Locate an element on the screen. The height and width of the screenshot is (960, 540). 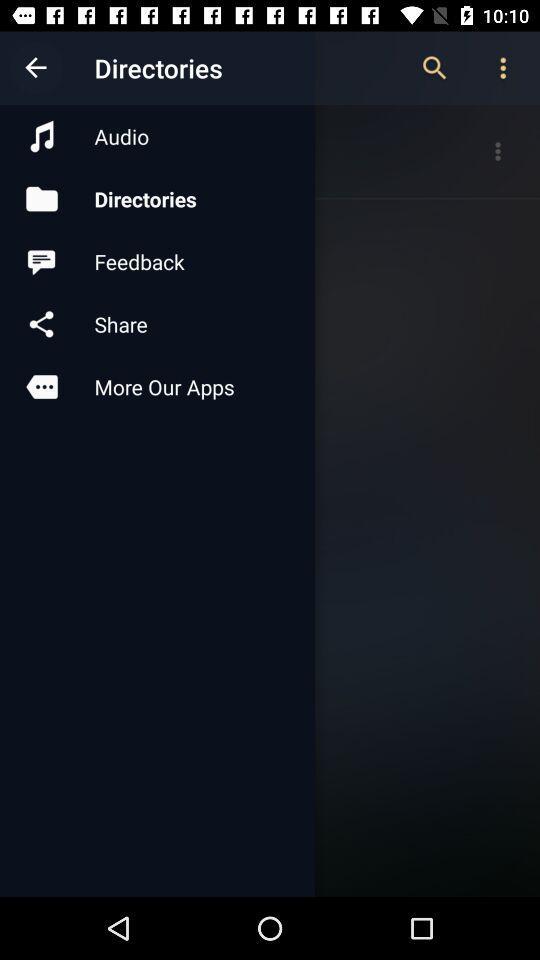
item above the share is located at coordinates (156, 260).